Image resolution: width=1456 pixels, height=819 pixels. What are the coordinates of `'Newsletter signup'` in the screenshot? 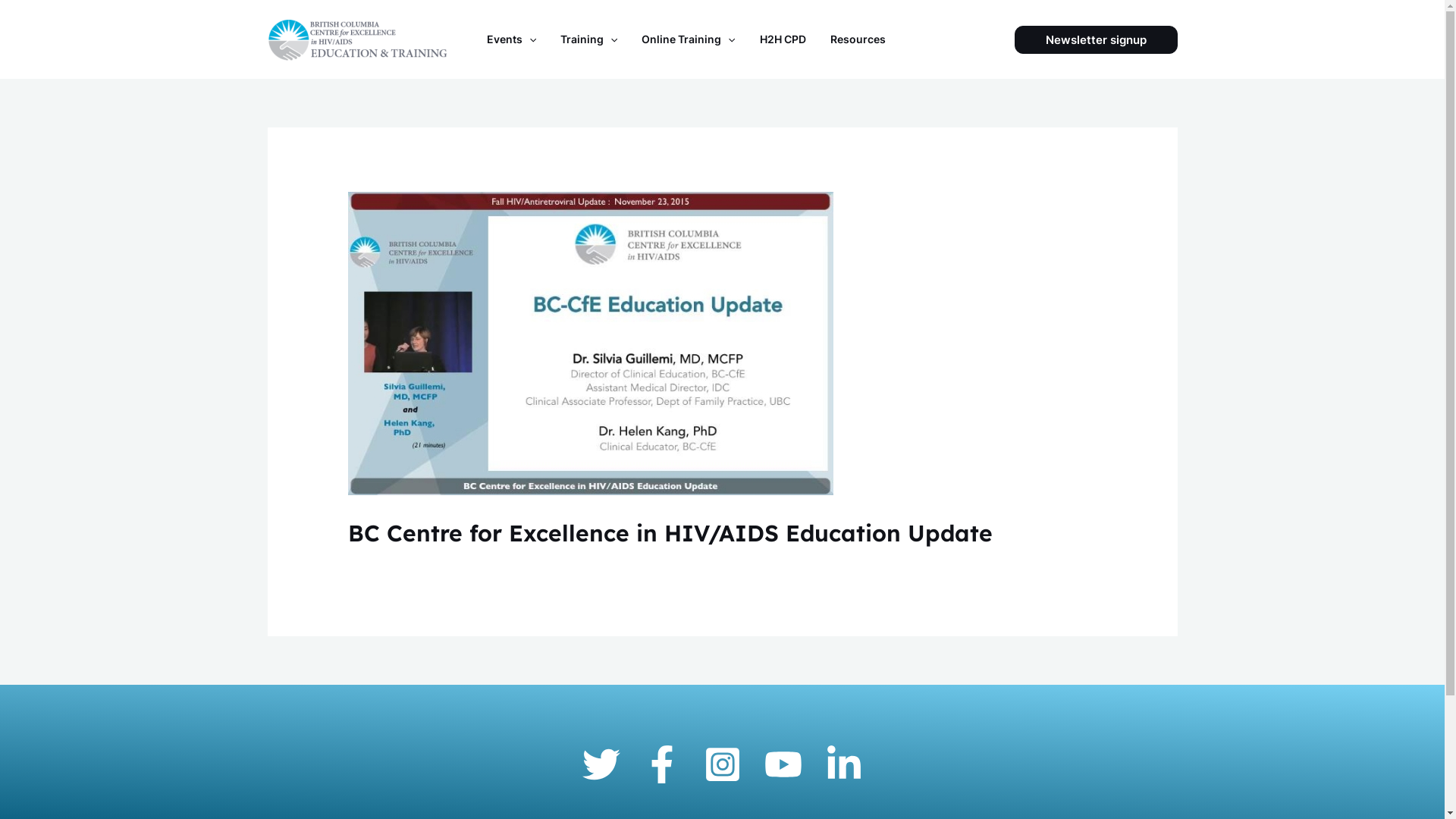 It's located at (1096, 39).